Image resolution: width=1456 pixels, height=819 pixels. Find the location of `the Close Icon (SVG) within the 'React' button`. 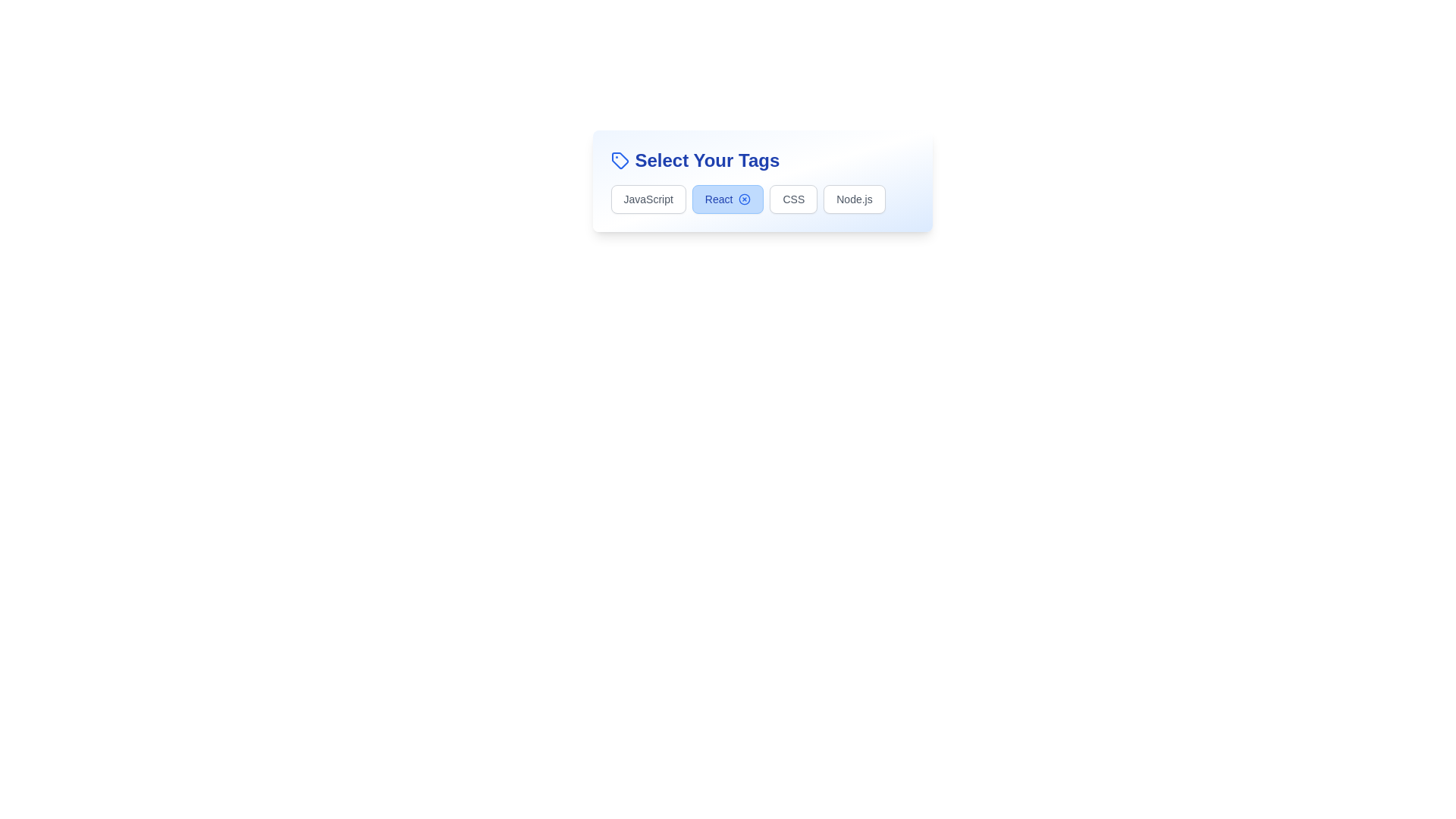

the Close Icon (SVG) within the 'React' button is located at coordinates (745, 198).